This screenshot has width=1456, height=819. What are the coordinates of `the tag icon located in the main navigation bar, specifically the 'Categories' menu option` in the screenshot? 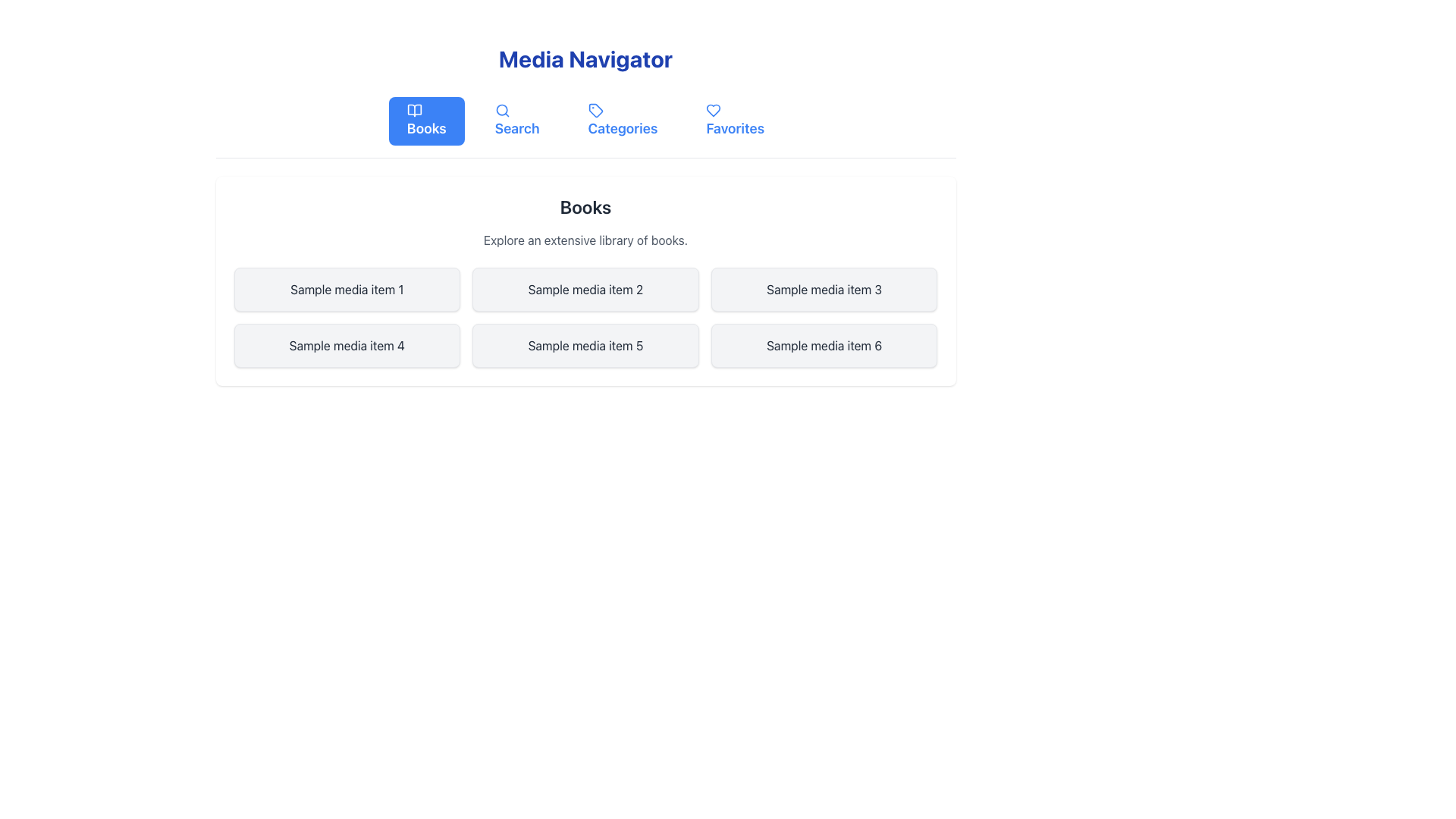 It's located at (595, 110).